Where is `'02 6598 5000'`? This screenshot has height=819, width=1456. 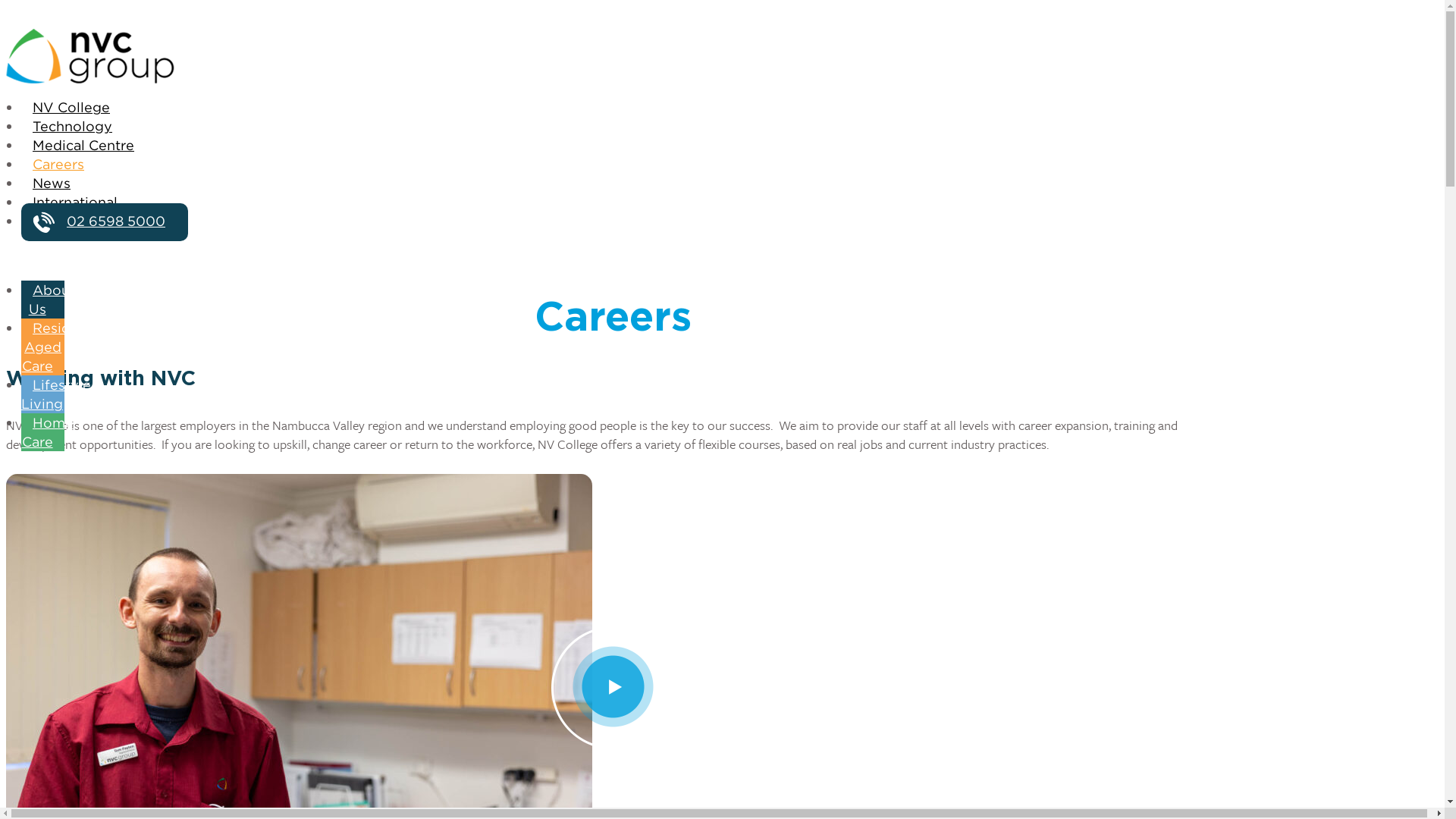
'02 6598 5000' is located at coordinates (104, 222).